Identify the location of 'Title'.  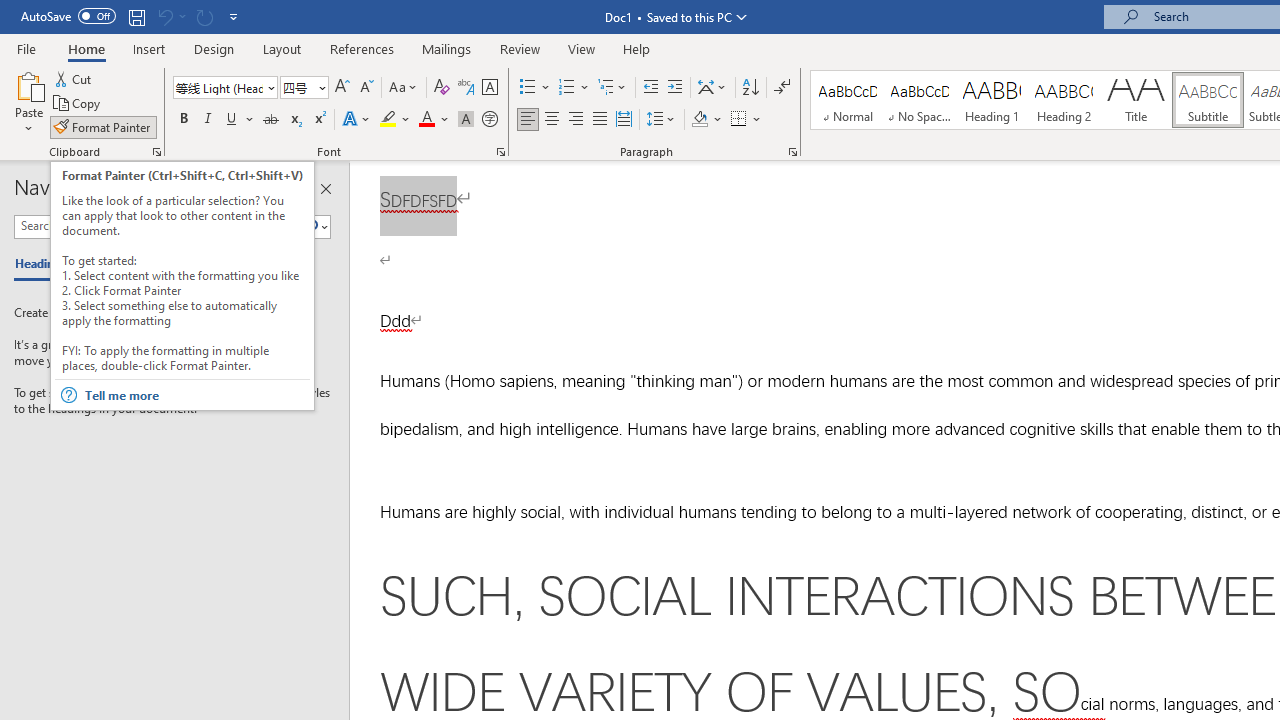
(1136, 100).